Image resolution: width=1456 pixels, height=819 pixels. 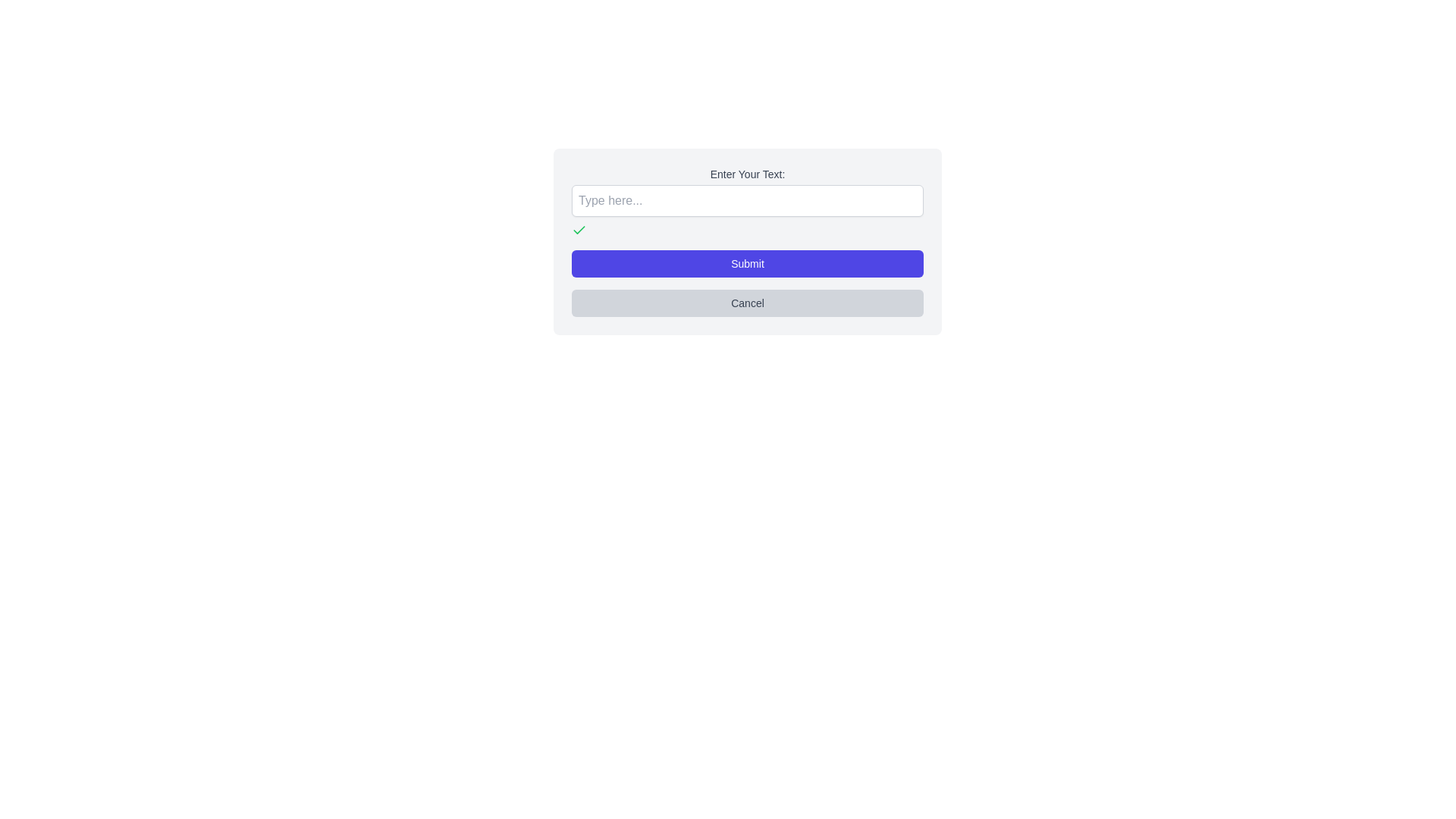 I want to click on the text label displaying 'Enter Your Text:' which is styled in gray and positioned above a text input field, so click(x=747, y=174).